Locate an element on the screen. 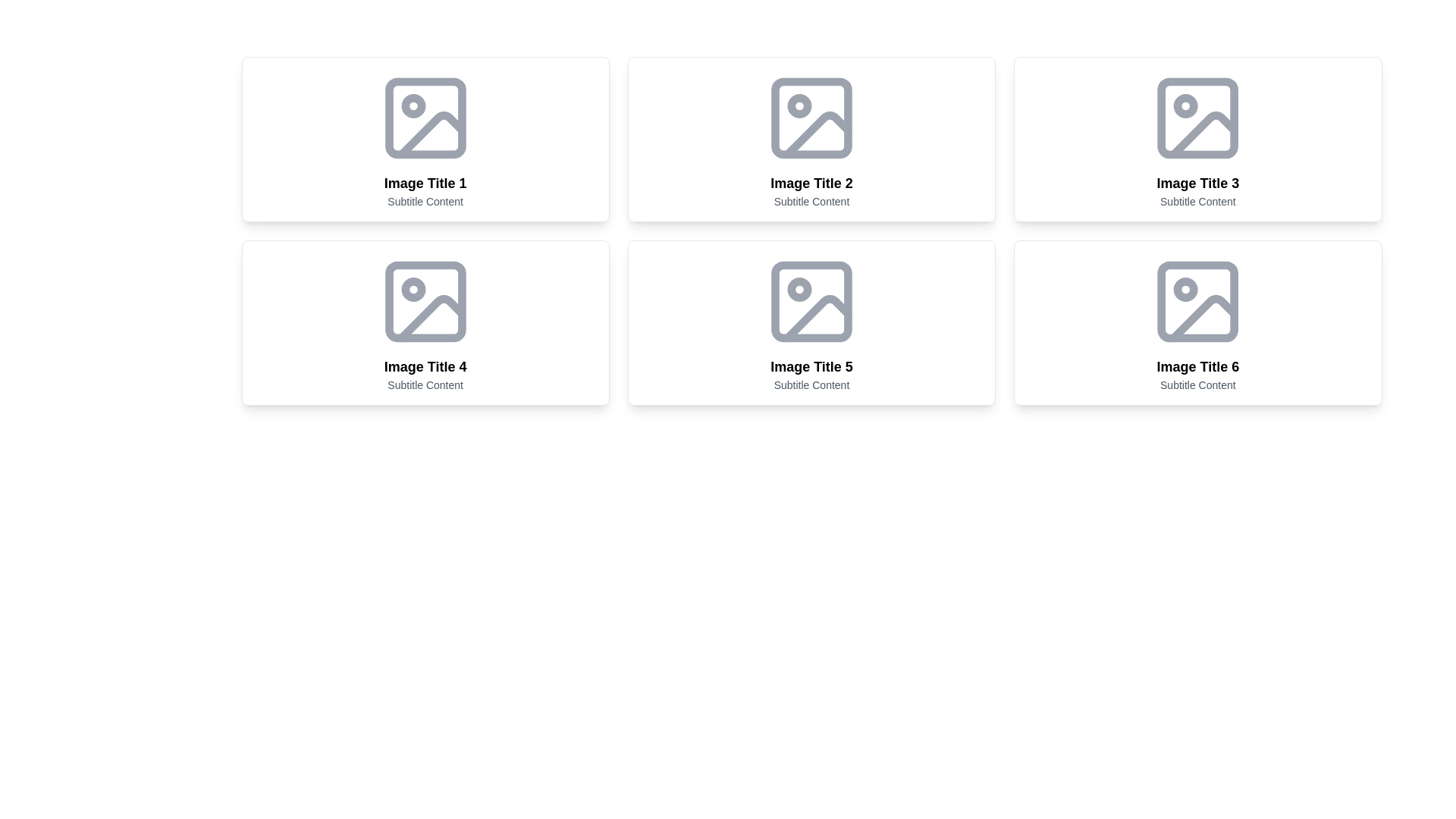  the Decorative SVG element, a rounded-corner rectangle located inside the first SVG graphic corresponding to the 'Image Title 1' card in the top-left position of the grid layout is located at coordinates (425, 117).